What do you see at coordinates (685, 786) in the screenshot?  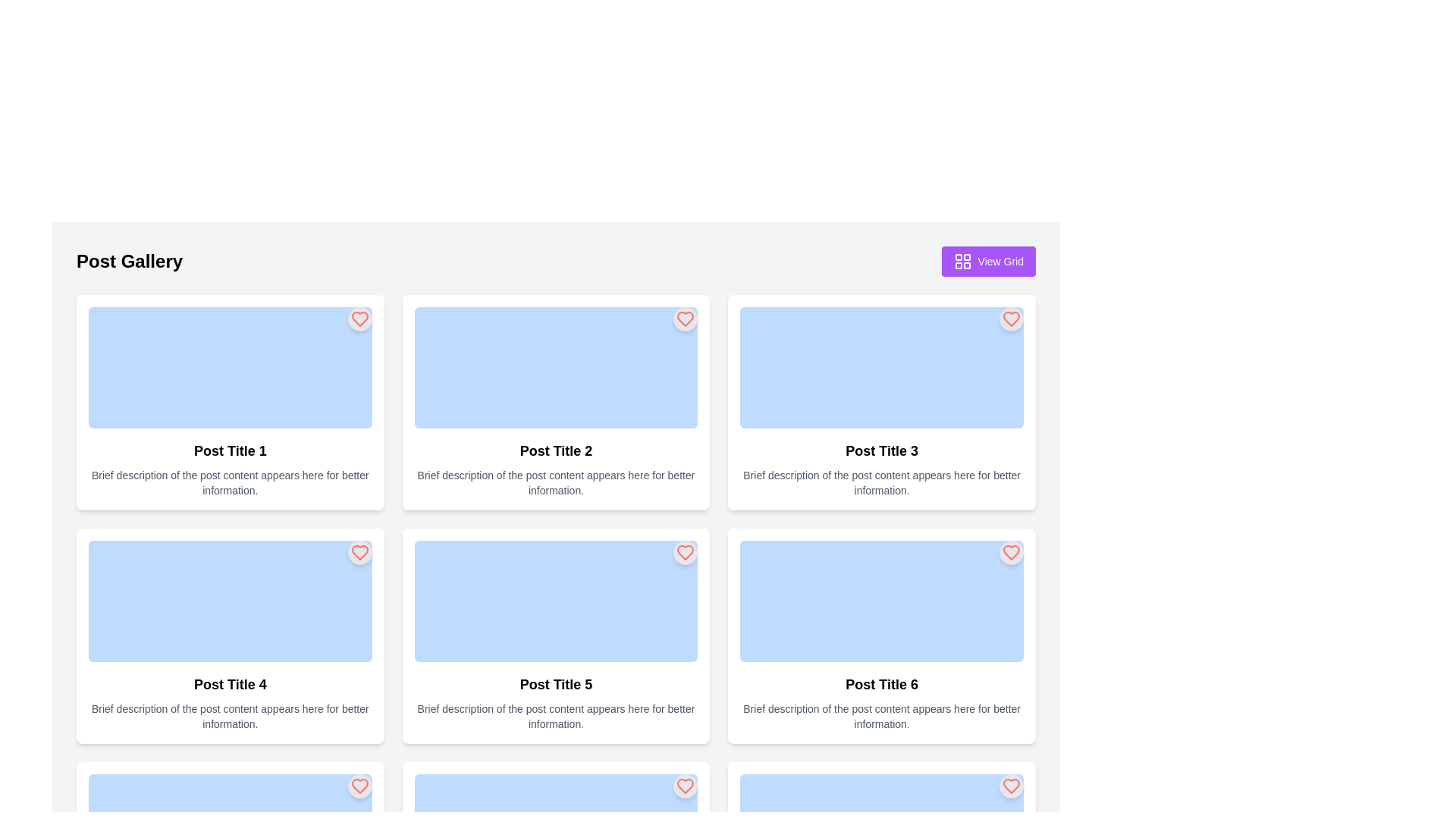 I see `the heart icon button outlined in red located at the top-right corner of the card labeled 'Post Title 5'` at bounding box center [685, 786].